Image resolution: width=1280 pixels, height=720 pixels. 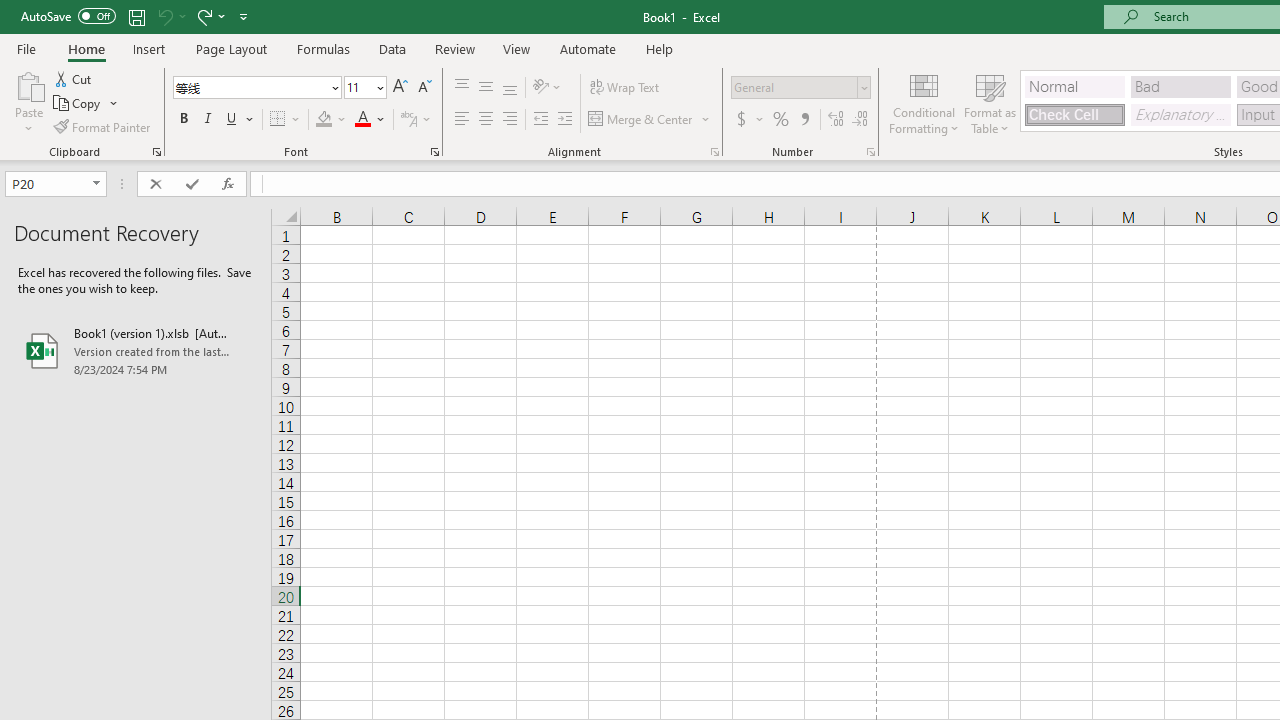 I want to click on 'File Tab', so click(x=26, y=47).